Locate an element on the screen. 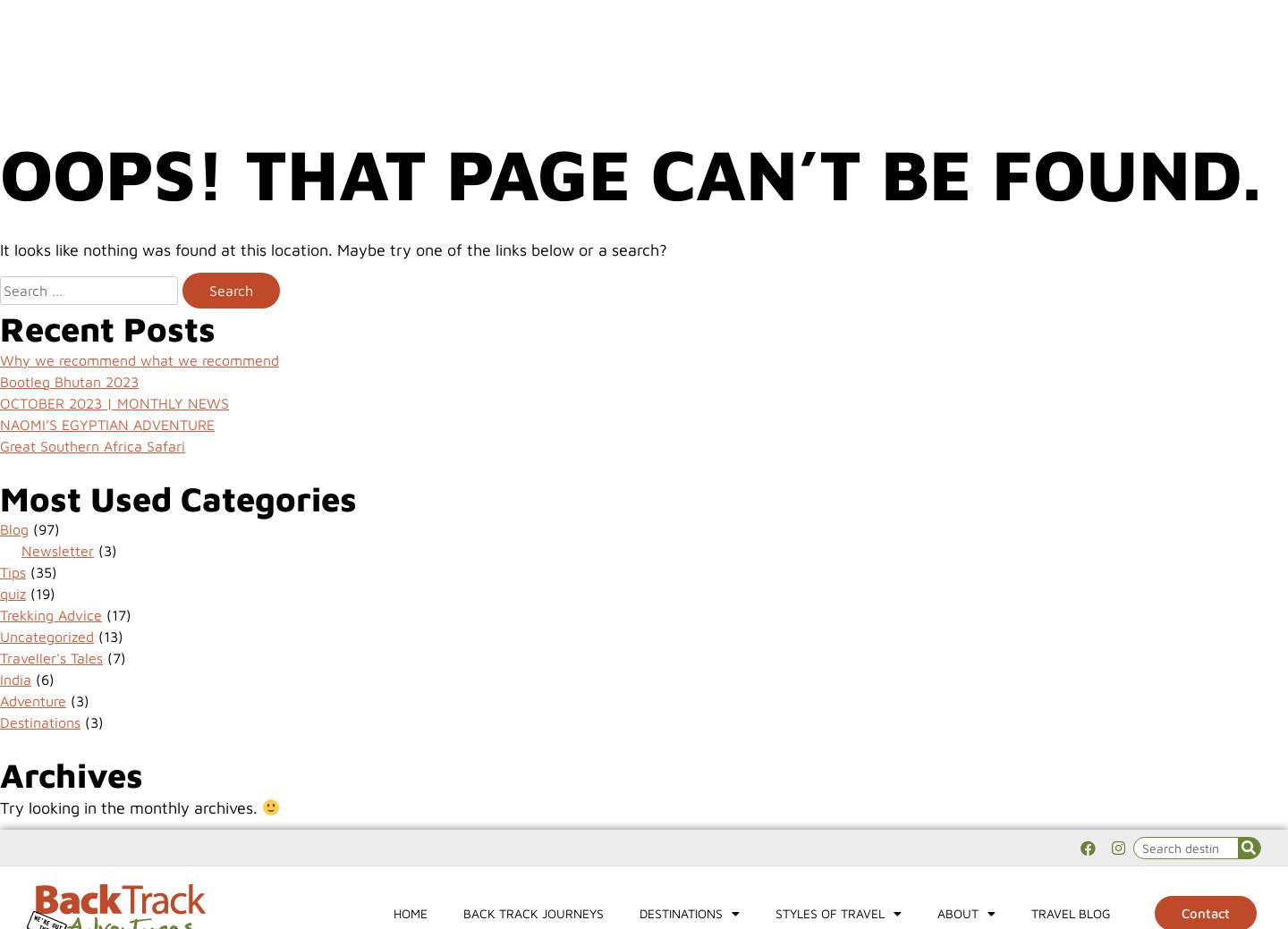 The width and height of the screenshot is (1288, 929). 'Home' is located at coordinates (410, 81).